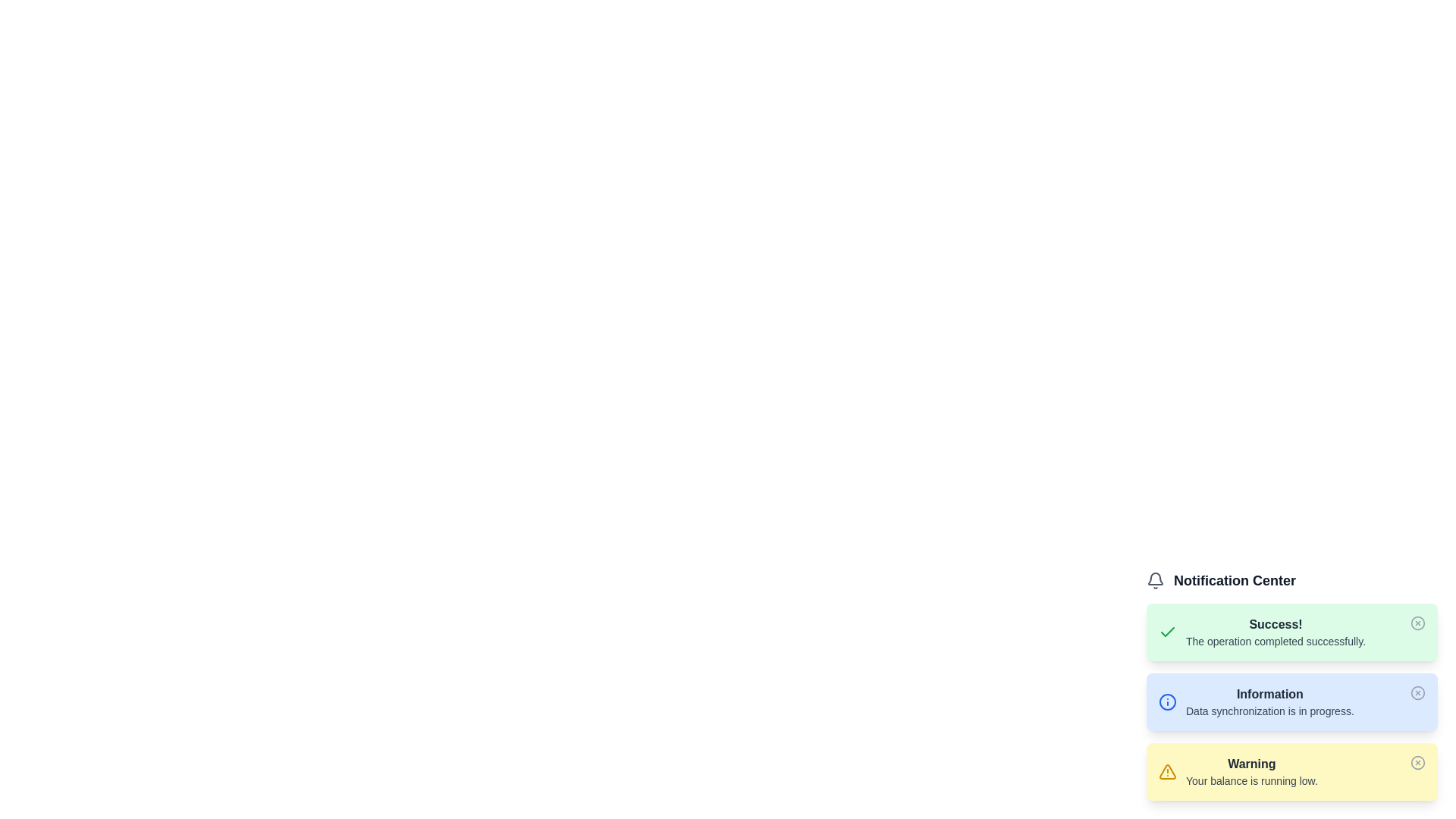 The height and width of the screenshot is (819, 1456). Describe the element at coordinates (1291, 580) in the screenshot. I see `the 'Notification Center' text label which is styled in bold and large font, located at the top of the notification section, right-aligned above the notification messages` at that location.